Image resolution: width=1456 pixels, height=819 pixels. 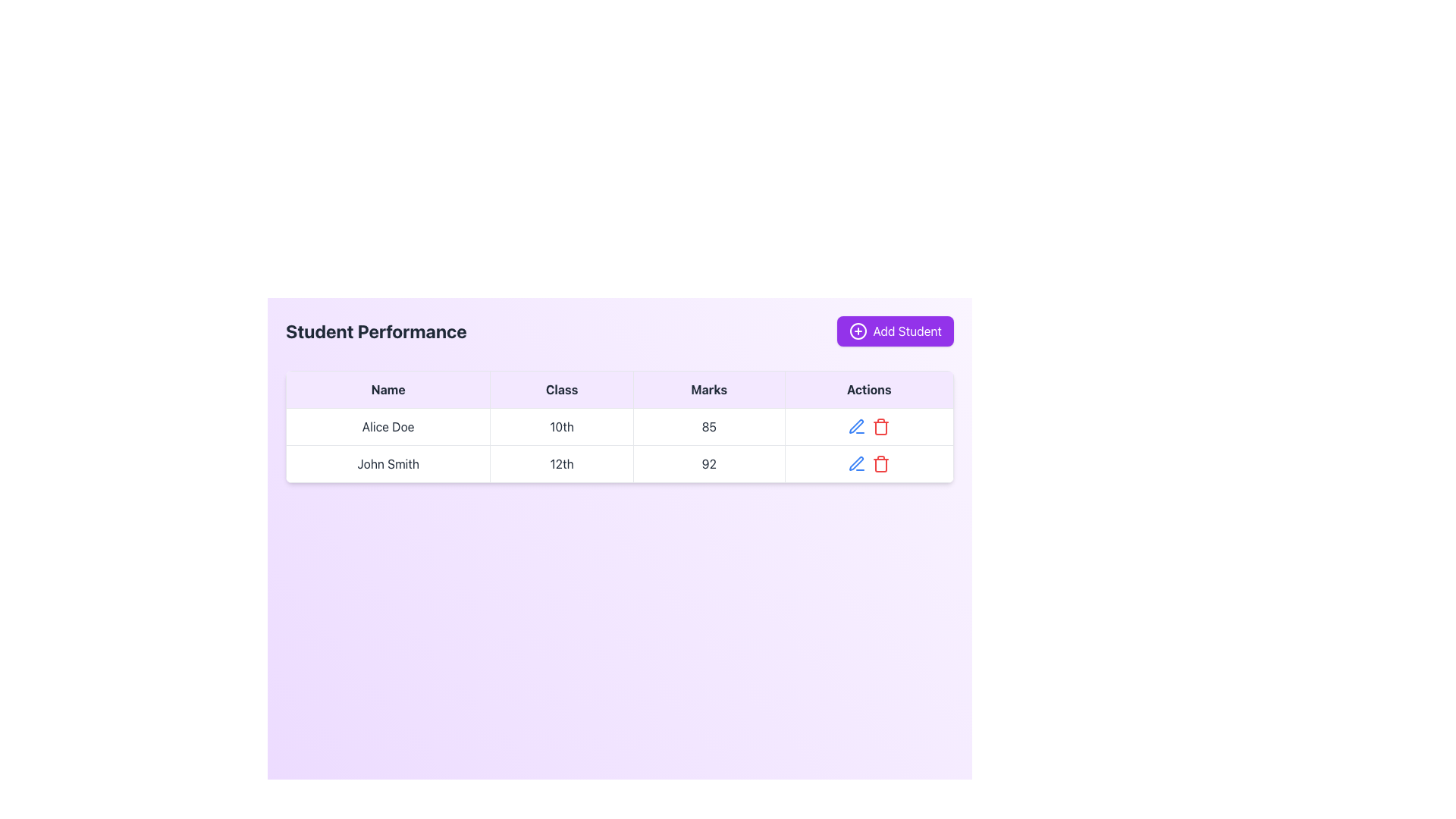 What do you see at coordinates (881, 427) in the screenshot?
I see `the delete icon button located in the 'Actions' column of the second row of the data table` at bounding box center [881, 427].